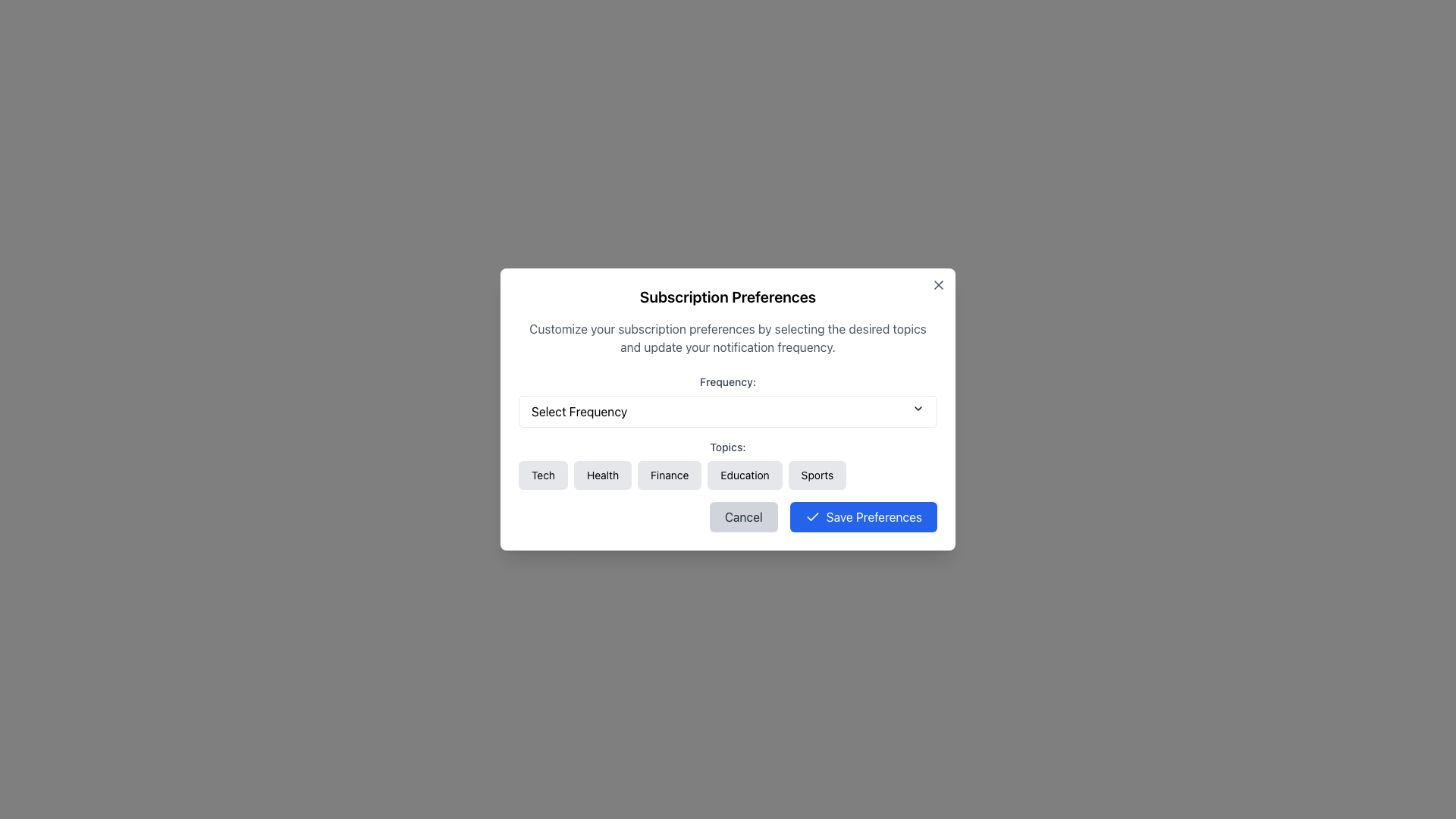  I want to click on the fourth button in the row representing the 'Education' topic, so click(745, 475).